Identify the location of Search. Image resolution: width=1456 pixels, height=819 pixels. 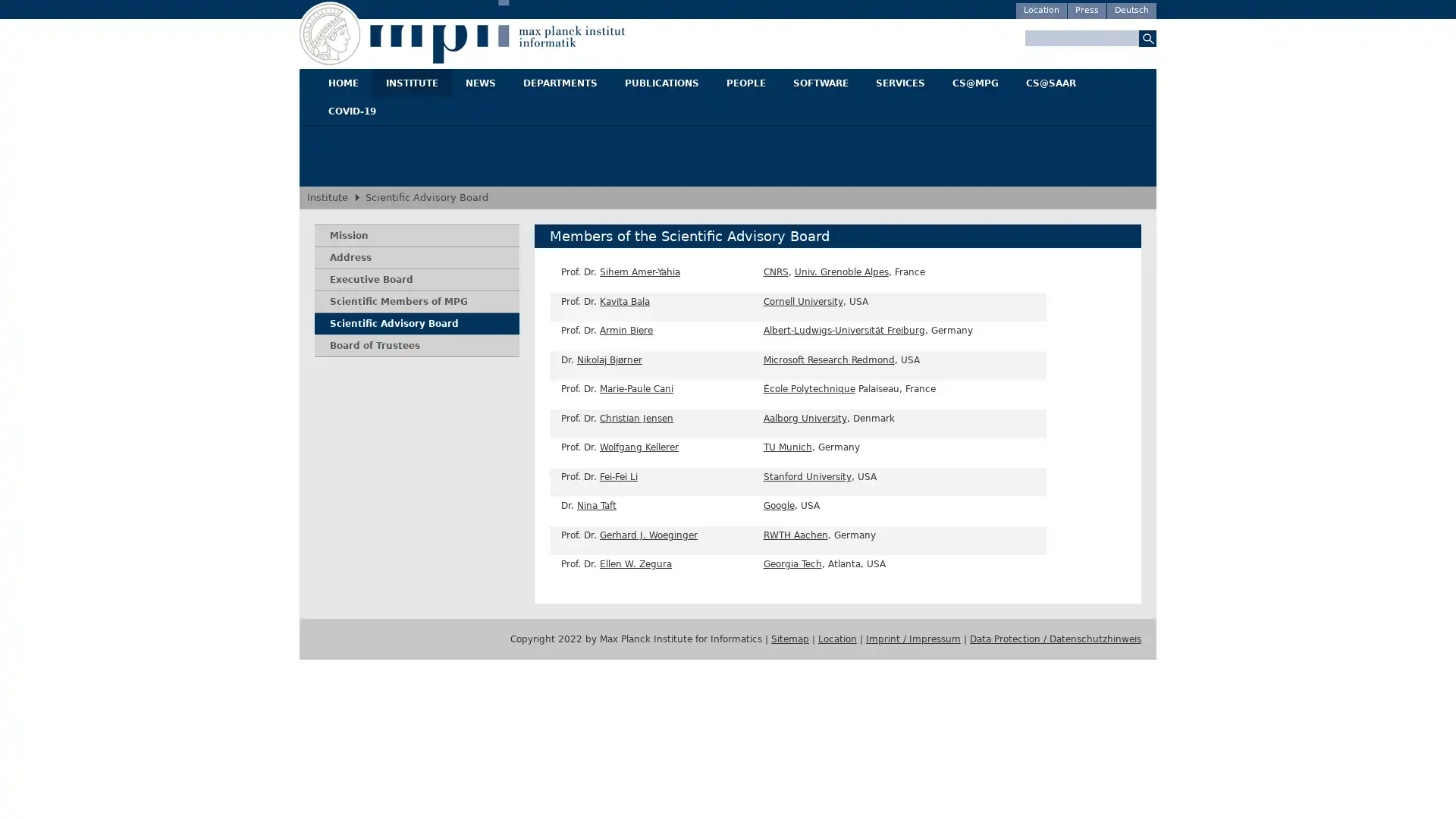
(1147, 37).